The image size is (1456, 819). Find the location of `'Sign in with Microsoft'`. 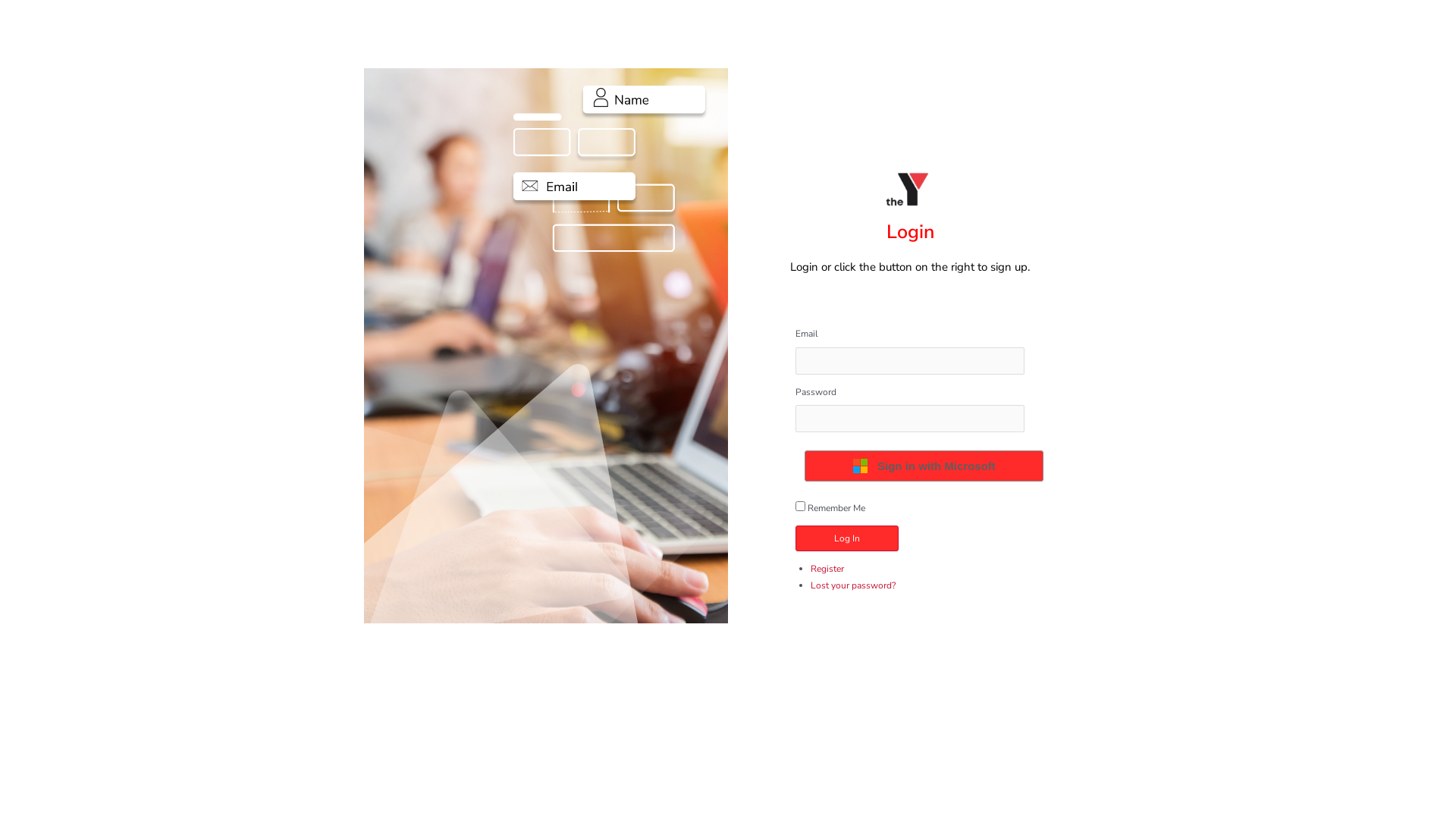

'Sign in with Microsoft' is located at coordinates (803, 465).